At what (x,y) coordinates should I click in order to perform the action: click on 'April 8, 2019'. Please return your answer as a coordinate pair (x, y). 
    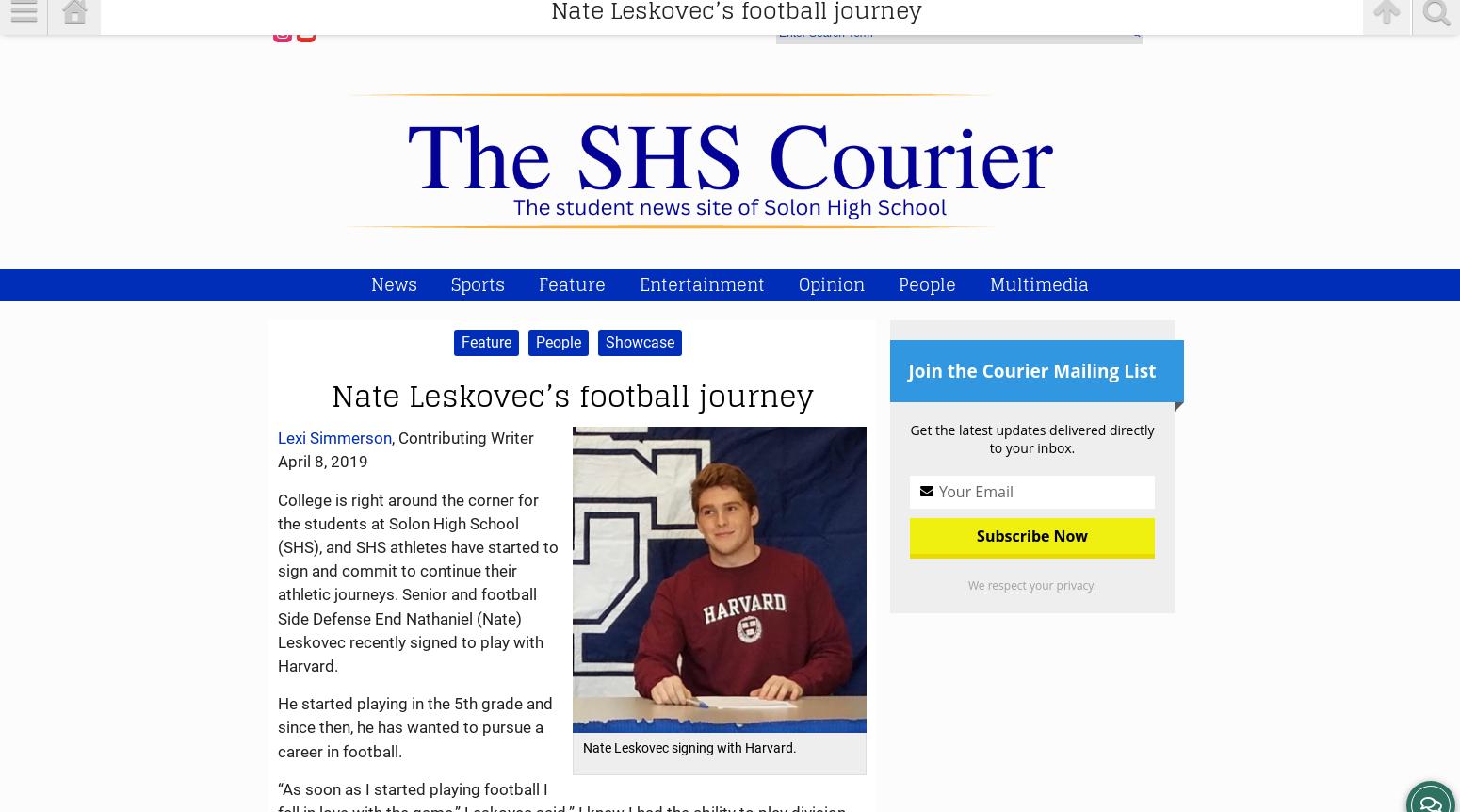
    Looking at the image, I should click on (322, 461).